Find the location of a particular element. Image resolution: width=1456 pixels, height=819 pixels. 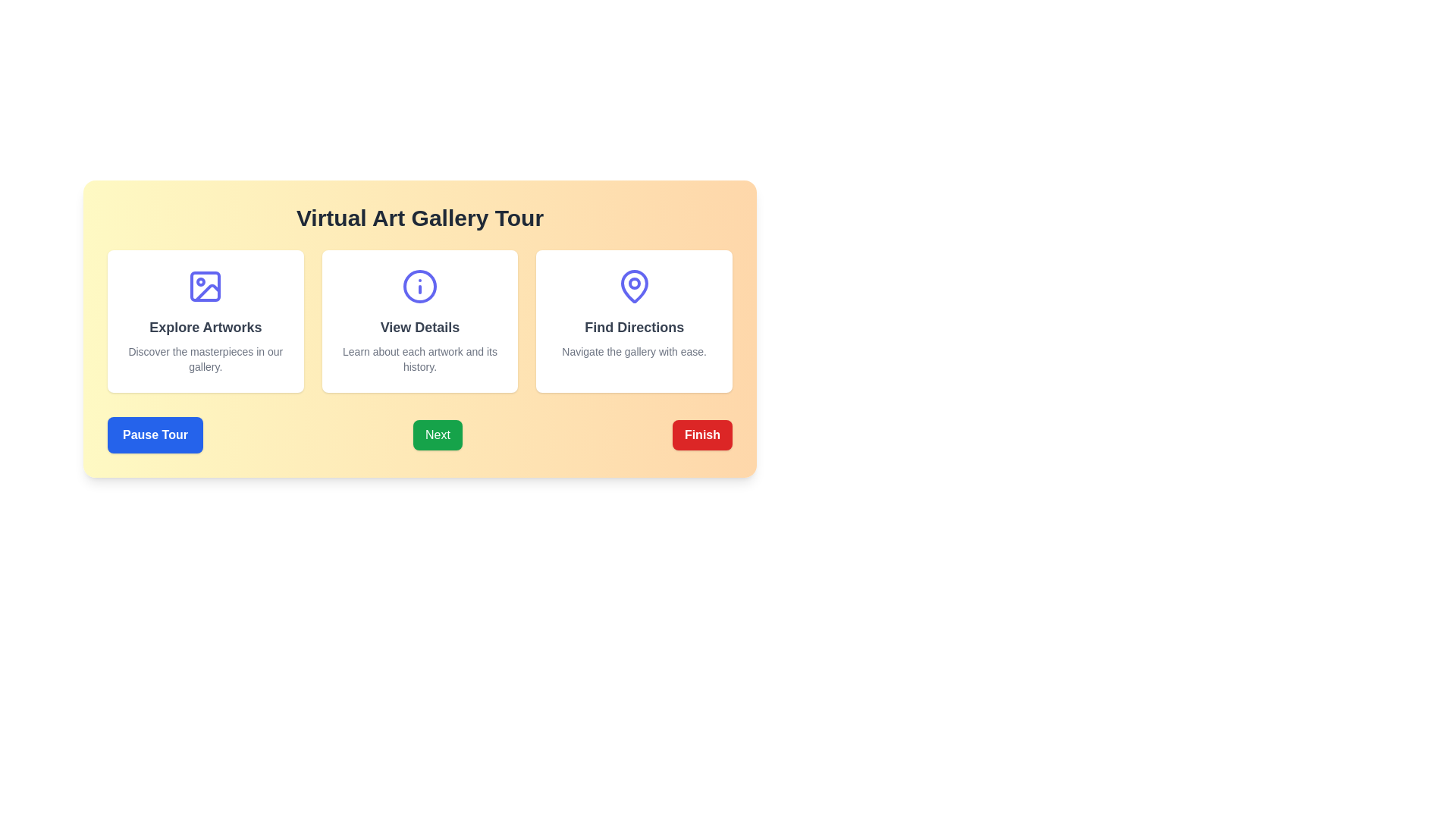

the decorative Graphic Icon for the 'Explore Artworks' feature, located centrally at the top of the leftmost card in a row of three cards is located at coordinates (205, 287).